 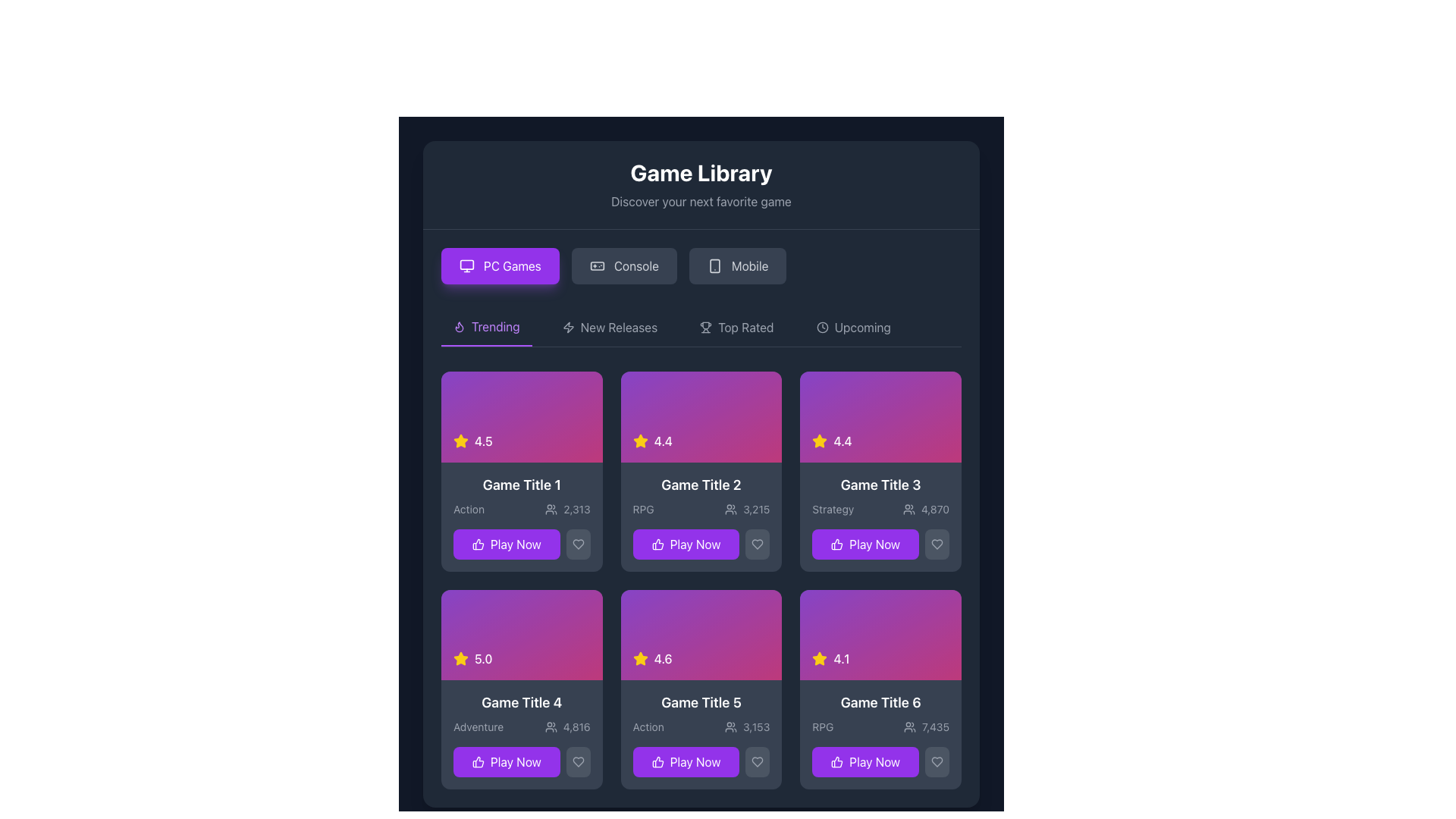 I want to click on the star icon indicating the rating for 'Game Title 6' in the 'Game Library' interface, located in the top-left corner of the card next to the rating number '4.1', so click(x=460, y=657).